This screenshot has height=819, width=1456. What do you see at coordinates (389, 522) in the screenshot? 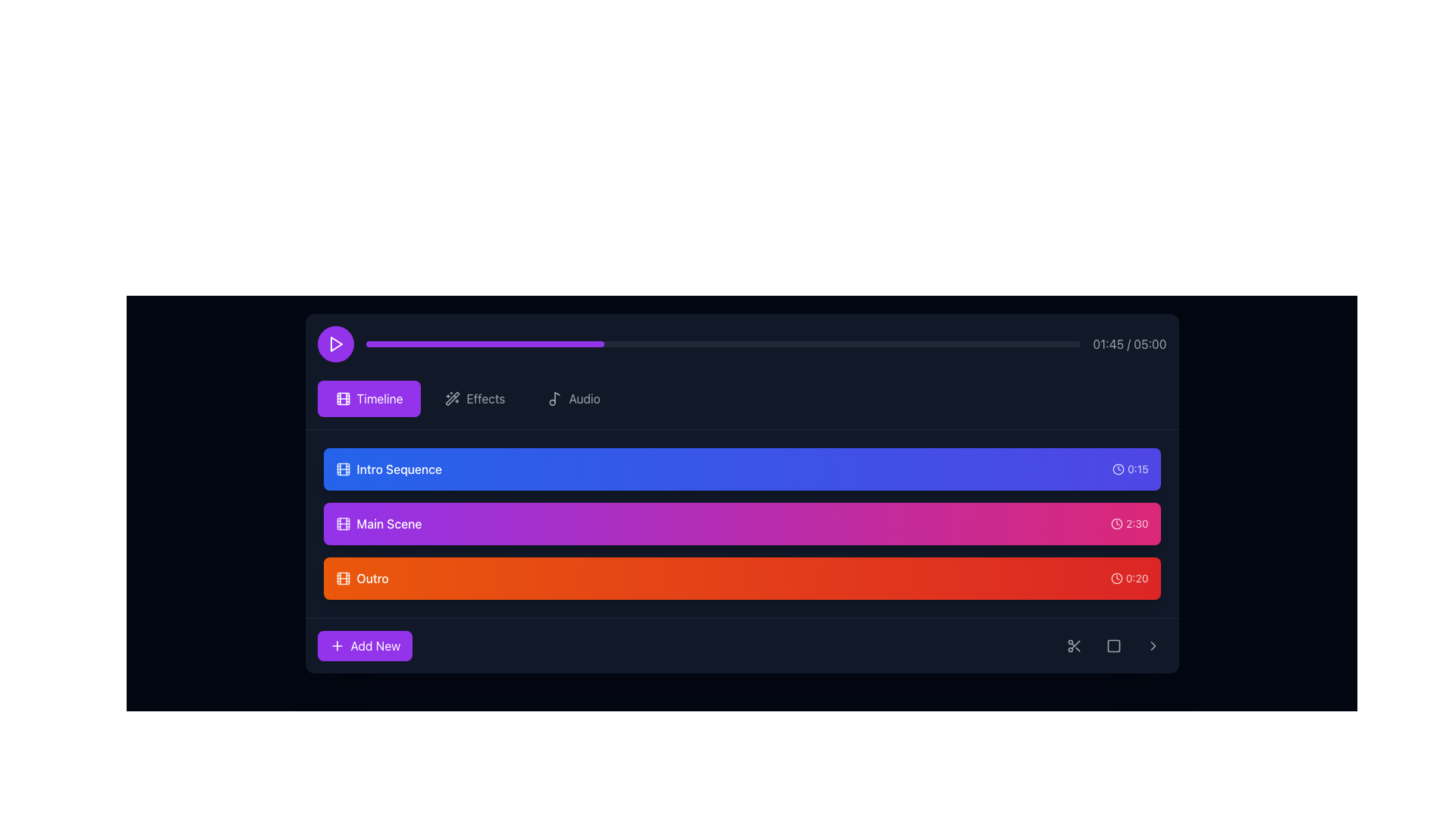
I see `the 'Main Scene' text label, which is the second item in the series of sections labeled 'Intro Sequence', 'Main Scene', and 'Outro'. This label helps users identify and select the specific segment in the timeline` at bounding box center [389, 522].